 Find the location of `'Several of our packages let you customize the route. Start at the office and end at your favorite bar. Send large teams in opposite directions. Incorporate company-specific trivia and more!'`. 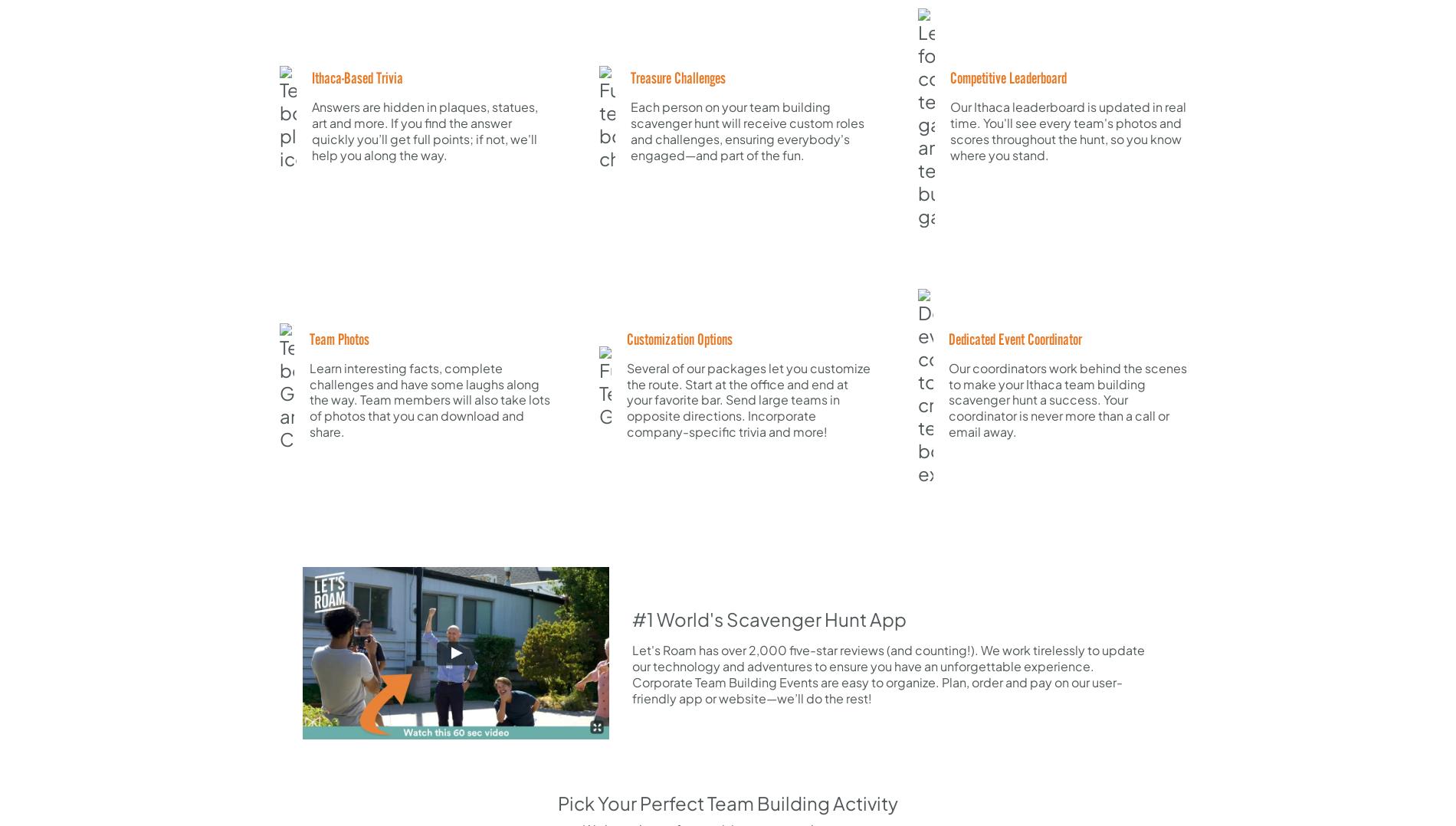

'Several of our packages let you customize the route. Start at the office and end at your favorite bar. Send large teams in opposite directions. Incorporate company-specific trivia and more!' is located at coordinates (748, 398).